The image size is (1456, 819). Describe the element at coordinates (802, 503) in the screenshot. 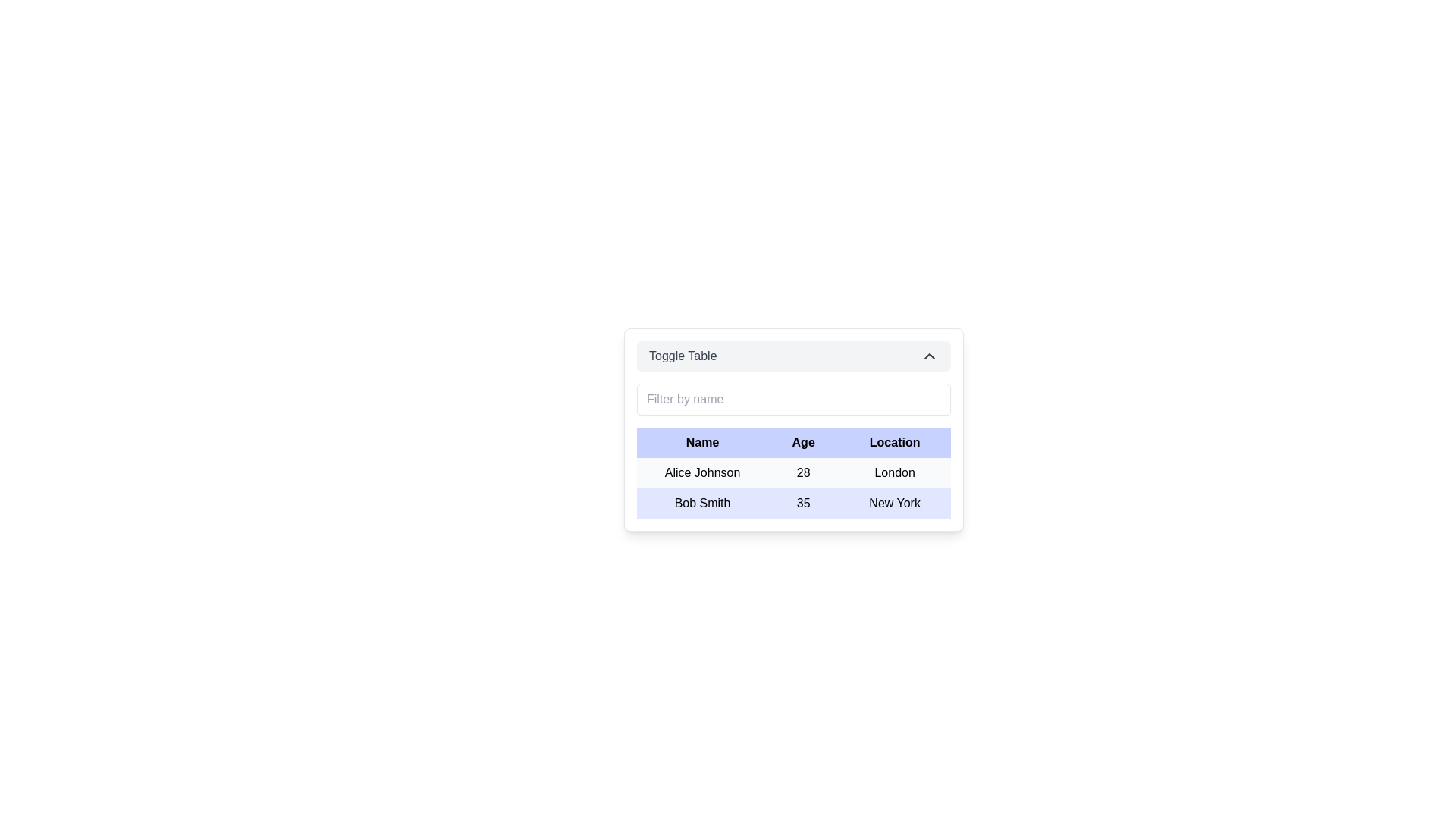

I see `the text displaying the age of the individual 'Bob Smith' in the second row of the table under the 'Age' column` at that location.